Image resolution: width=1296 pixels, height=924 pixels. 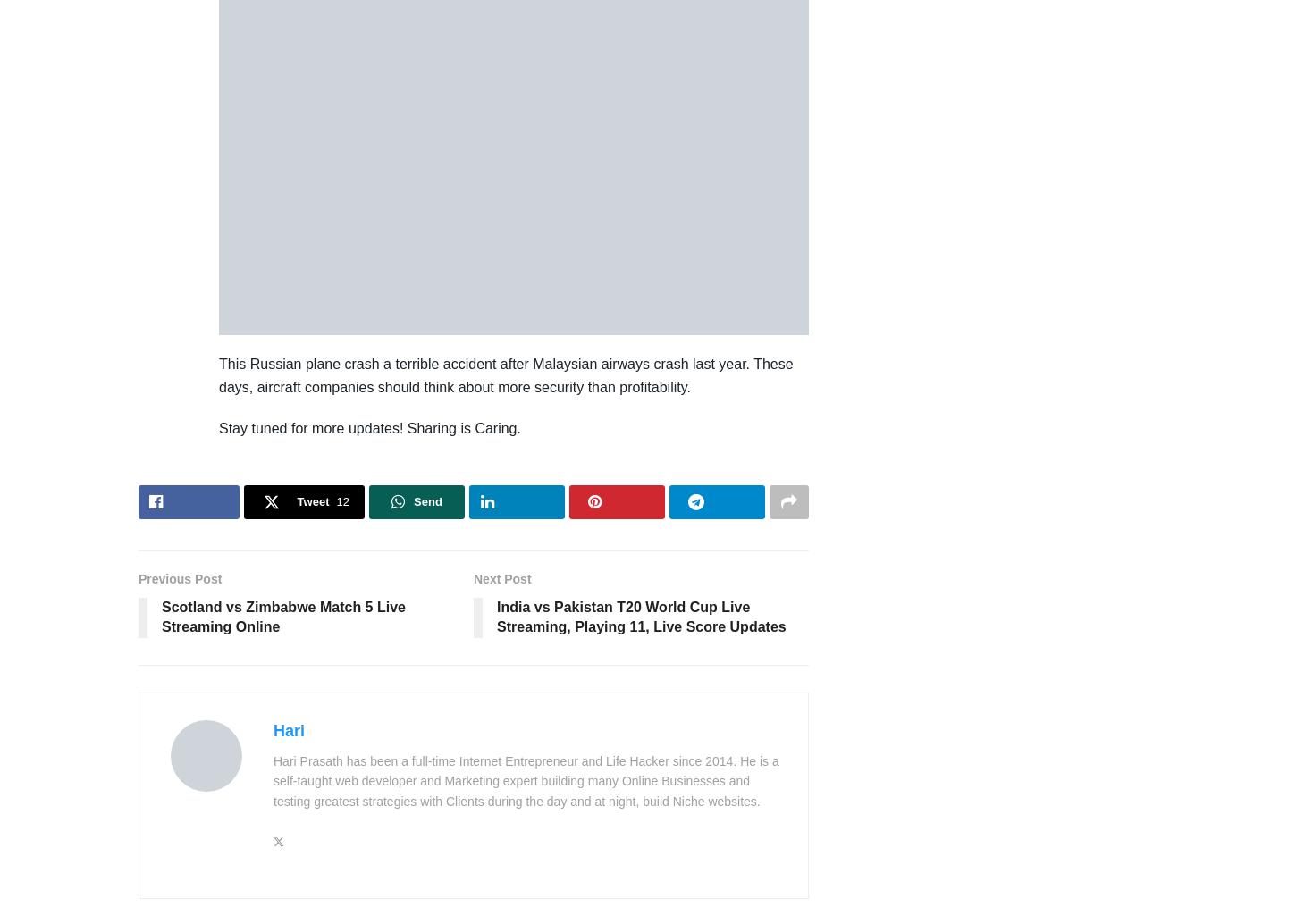 I want to click on 'Tweet', so click(x=313, y=500).